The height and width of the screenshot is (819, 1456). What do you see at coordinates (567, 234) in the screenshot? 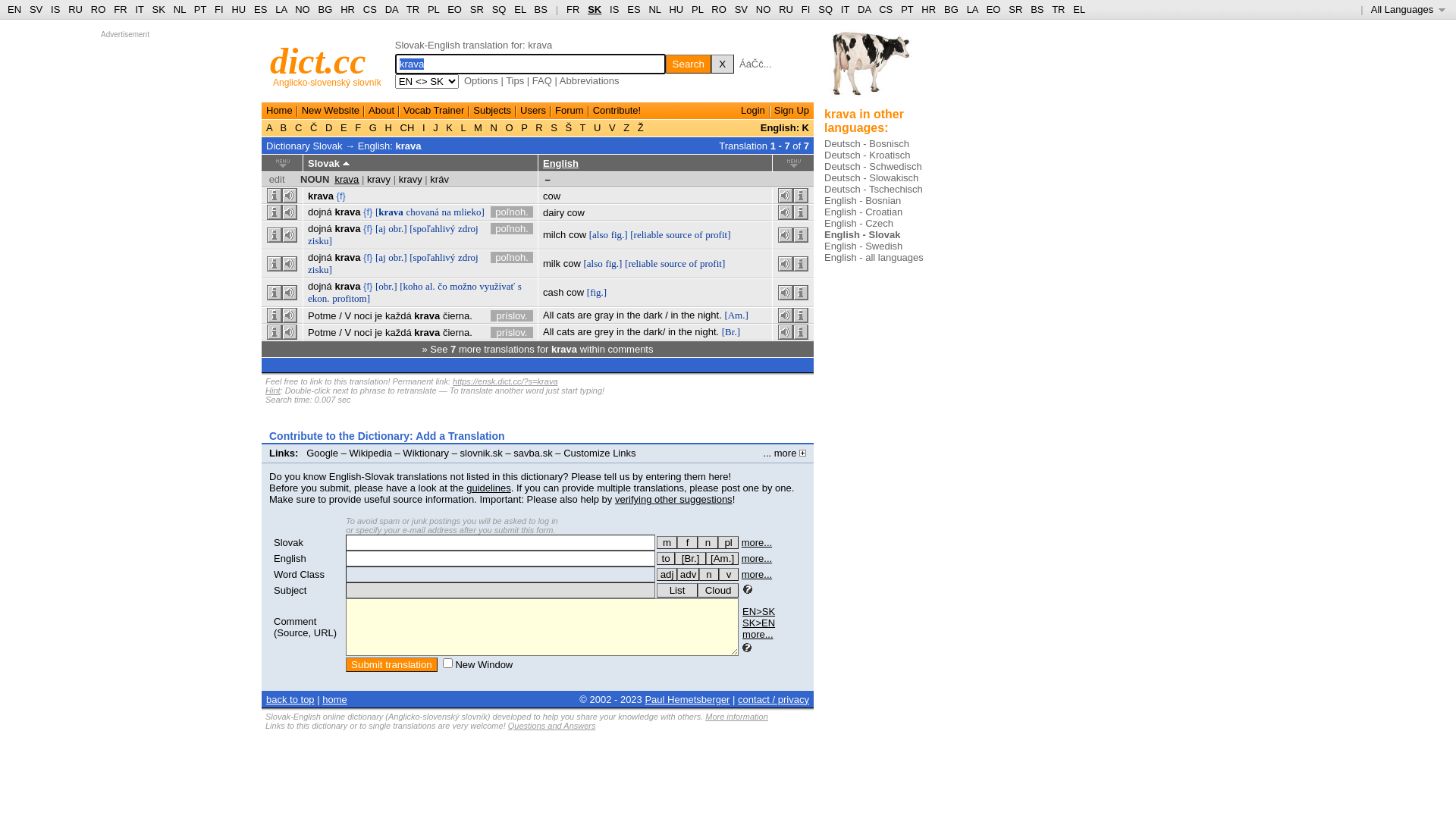
I see `'cow'` at bounding box center [567, 234].